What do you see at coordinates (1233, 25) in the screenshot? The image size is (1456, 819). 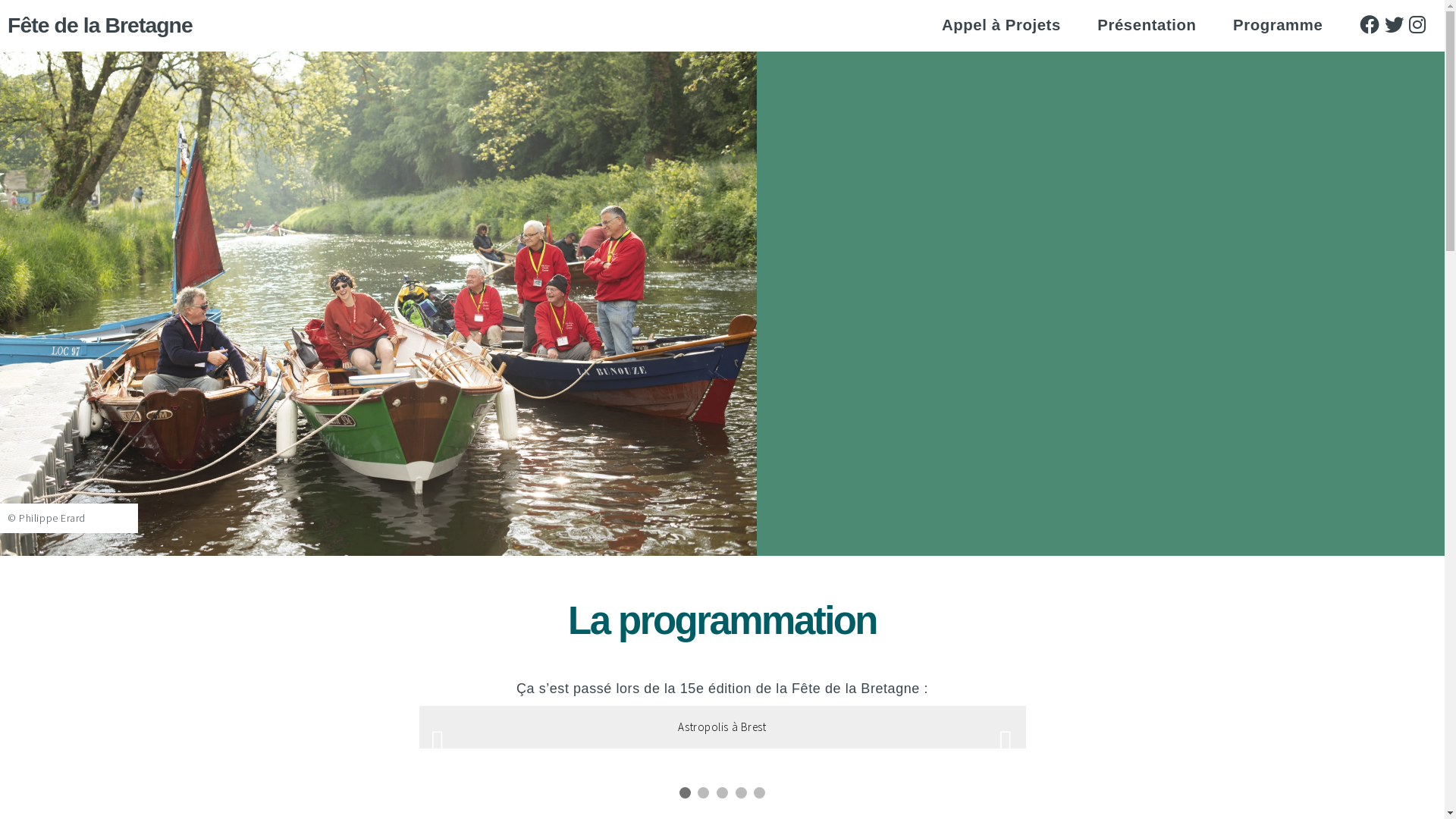 I see `'Programme'` at bounding box center [1233, 25].